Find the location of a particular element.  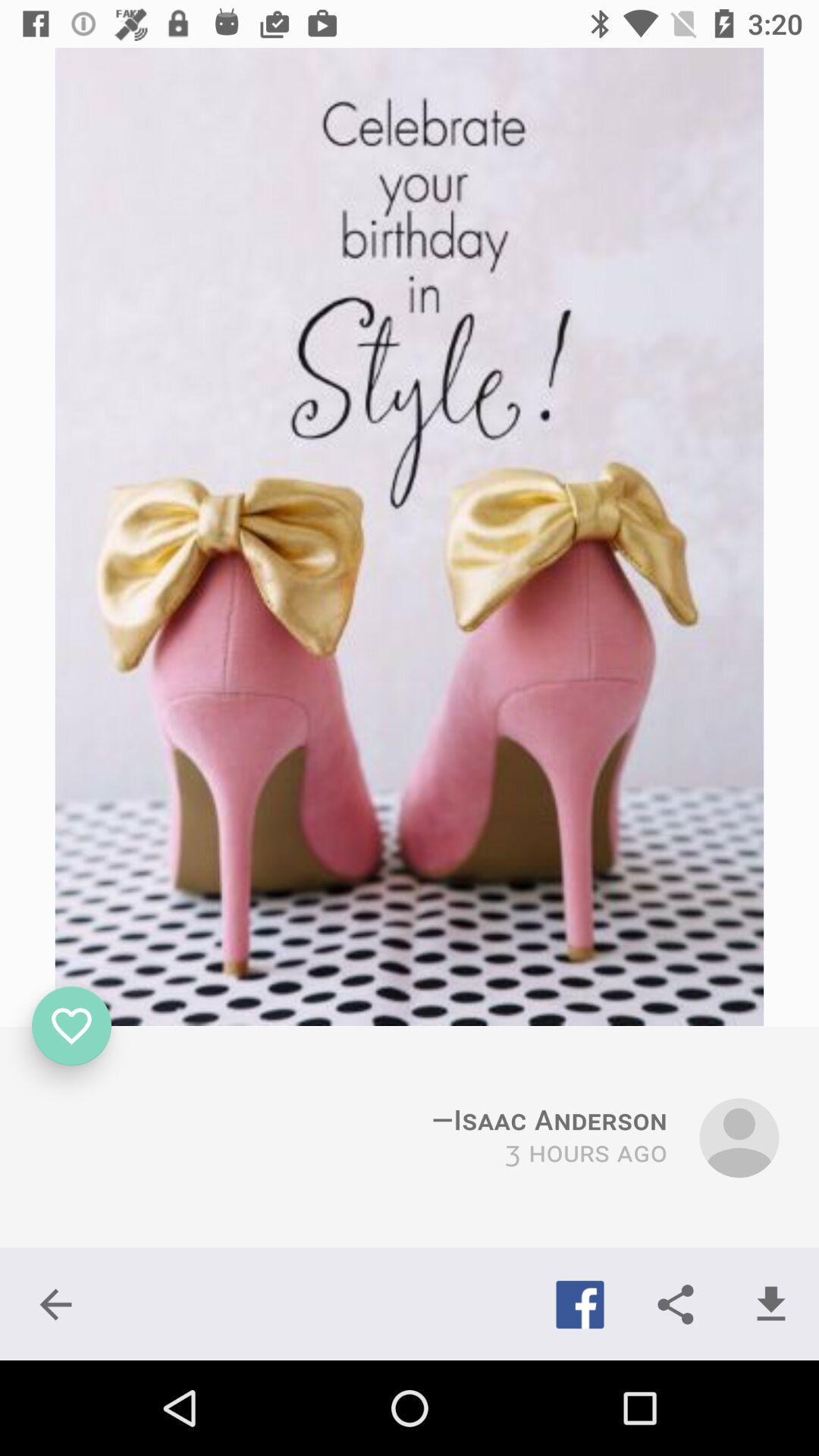

the favorite icon is located at coordinates (71, 1026).